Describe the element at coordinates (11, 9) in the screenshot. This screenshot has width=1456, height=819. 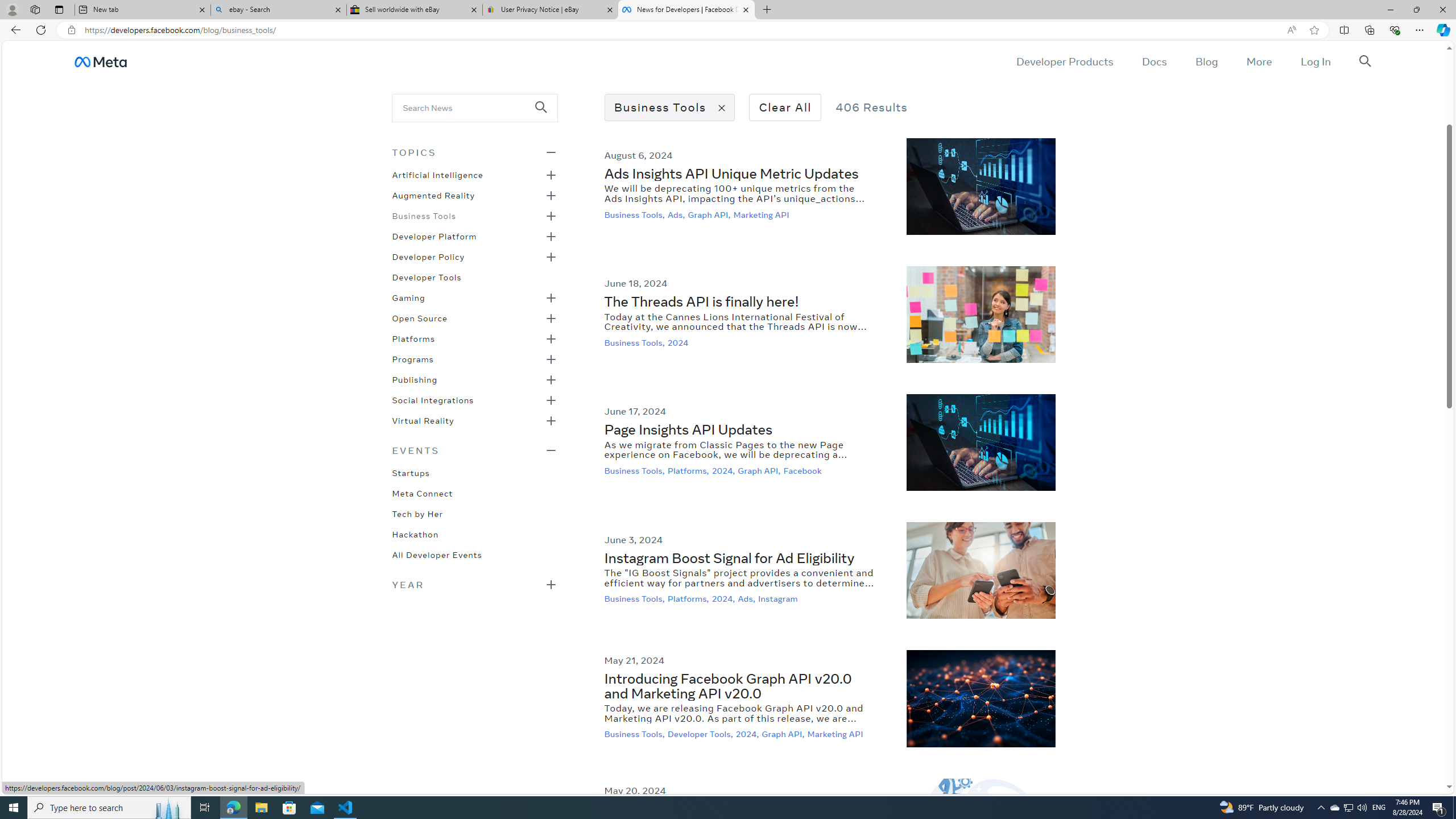
I see `'Personal Profile'` at that location.